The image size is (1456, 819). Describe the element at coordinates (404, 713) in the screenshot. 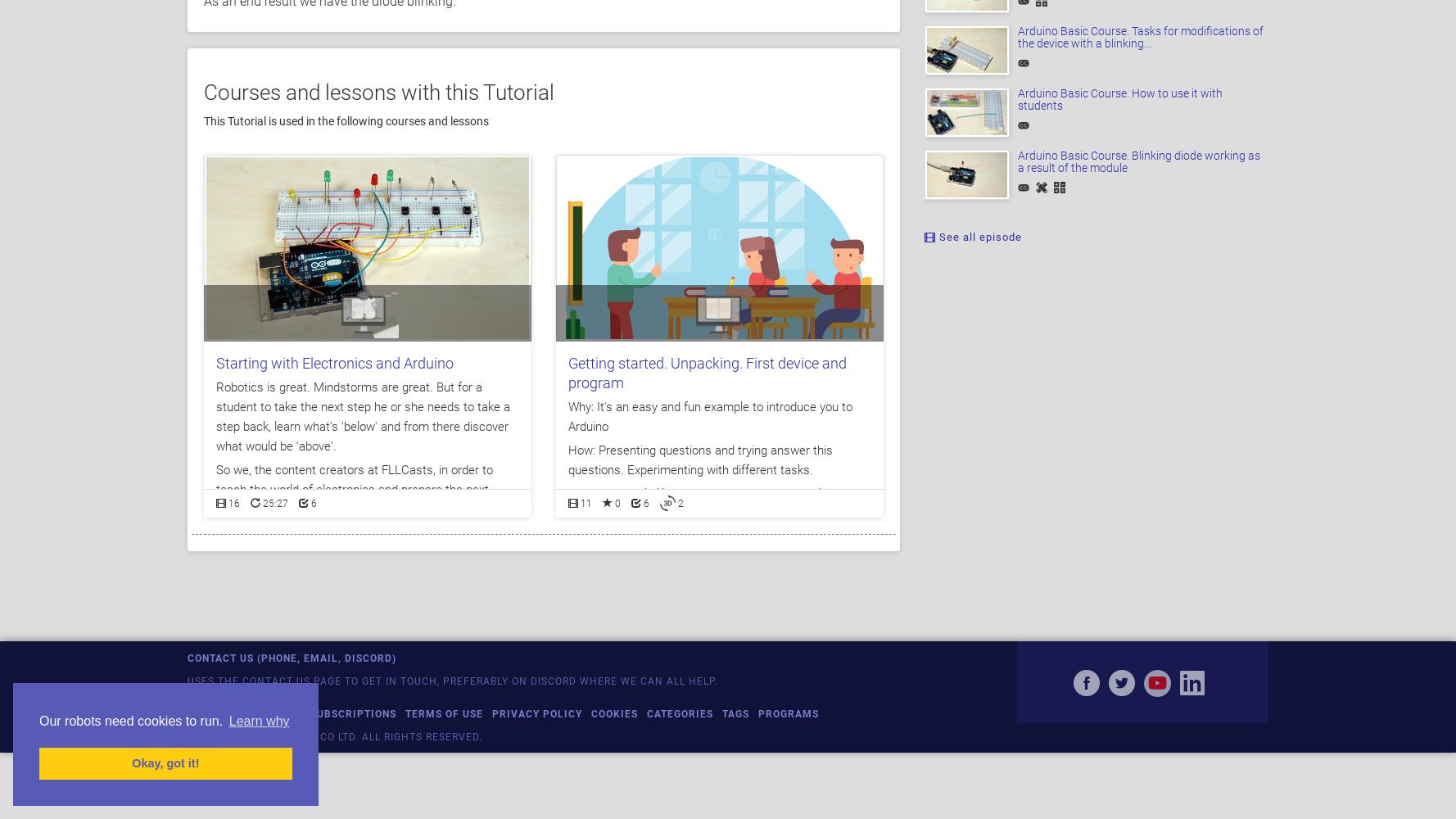

I see `'Terms of Use'` at that location.